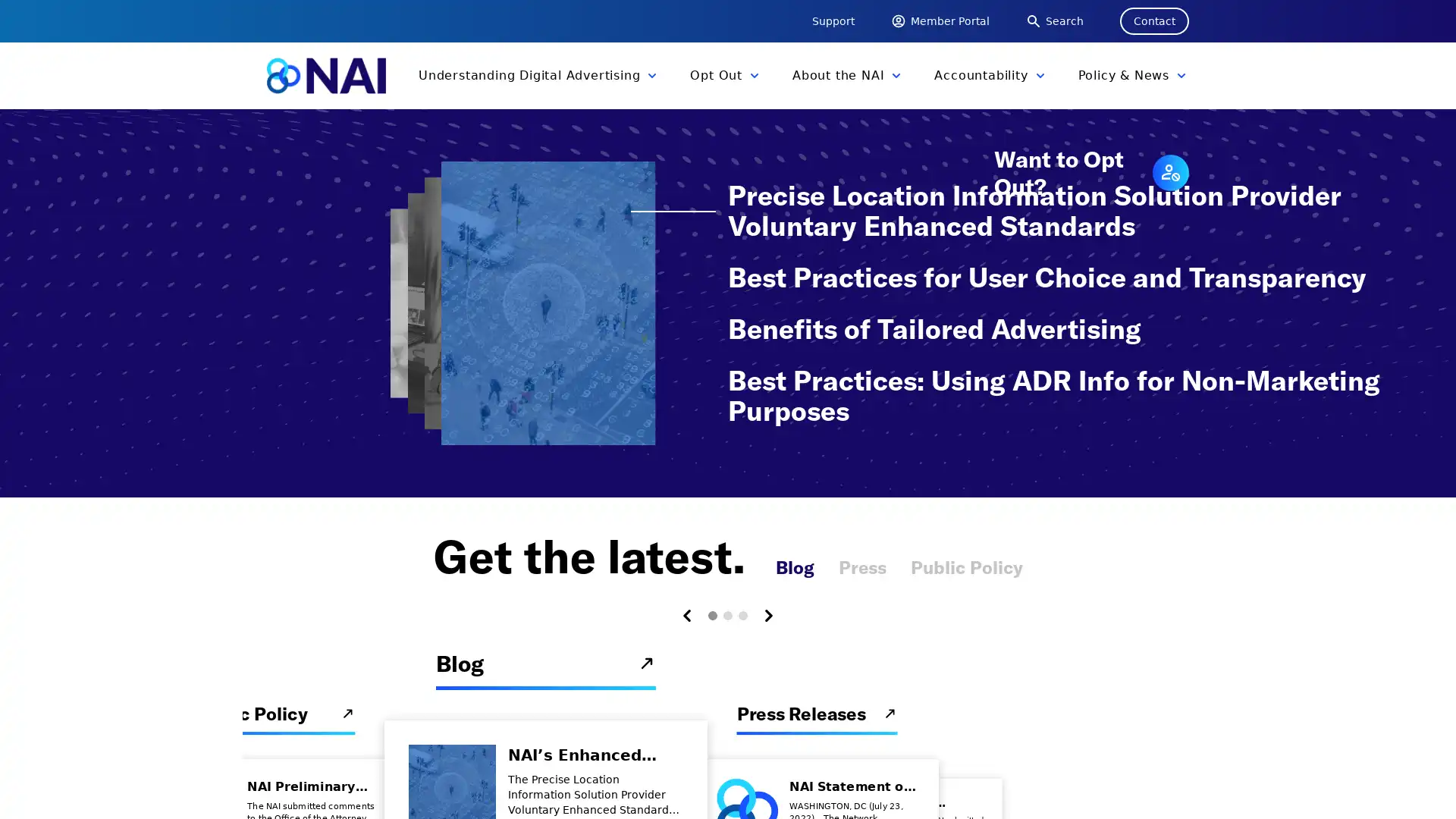 Image resolution: width=1456 pixels, height=819 pixels. I want to click on Press, so click(861, 567).